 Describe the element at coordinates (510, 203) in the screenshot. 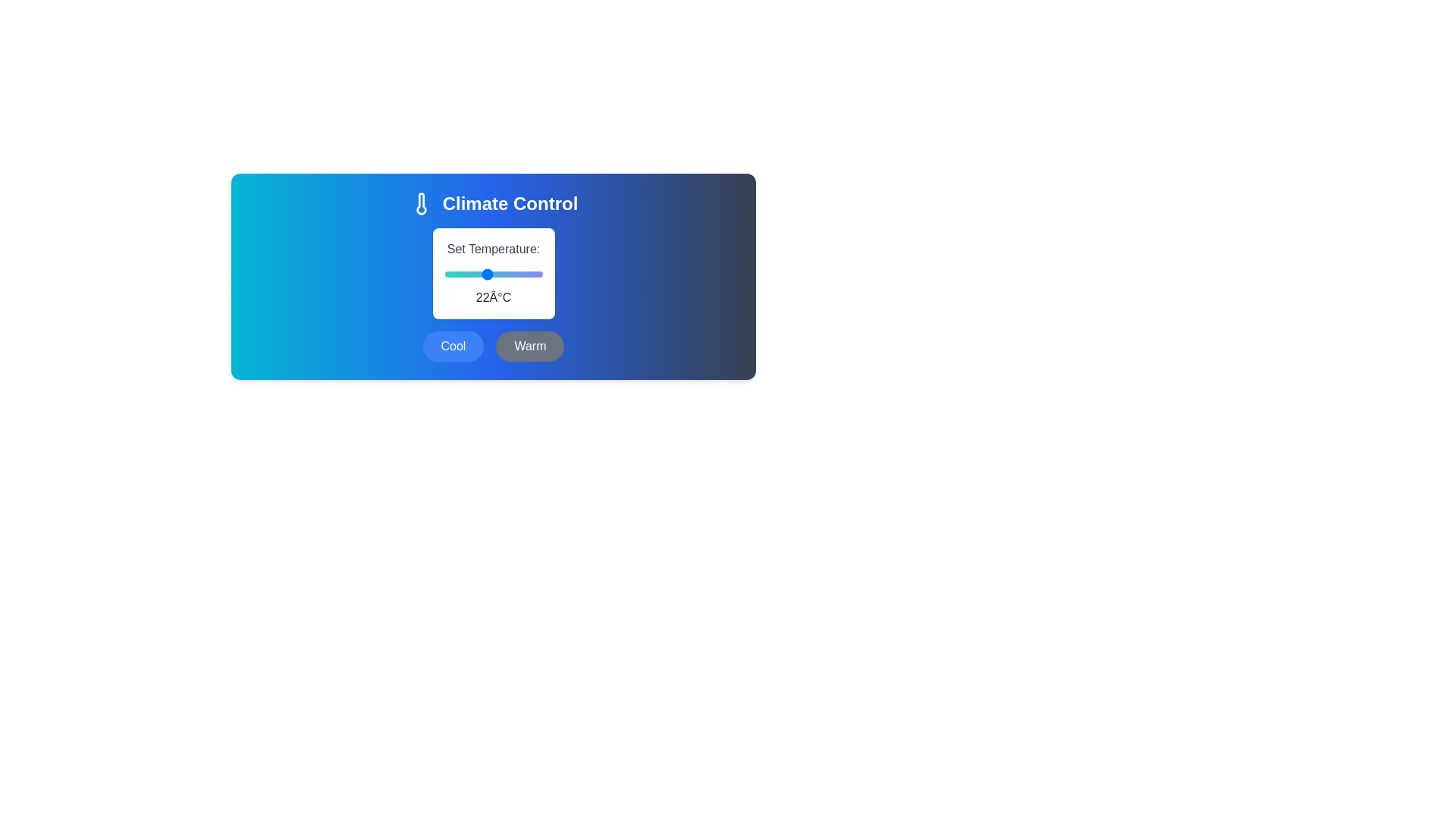

I see `the static text element that serves as a title or heading, located to the right of the thermometer icon at the top center of the panel` at that location.